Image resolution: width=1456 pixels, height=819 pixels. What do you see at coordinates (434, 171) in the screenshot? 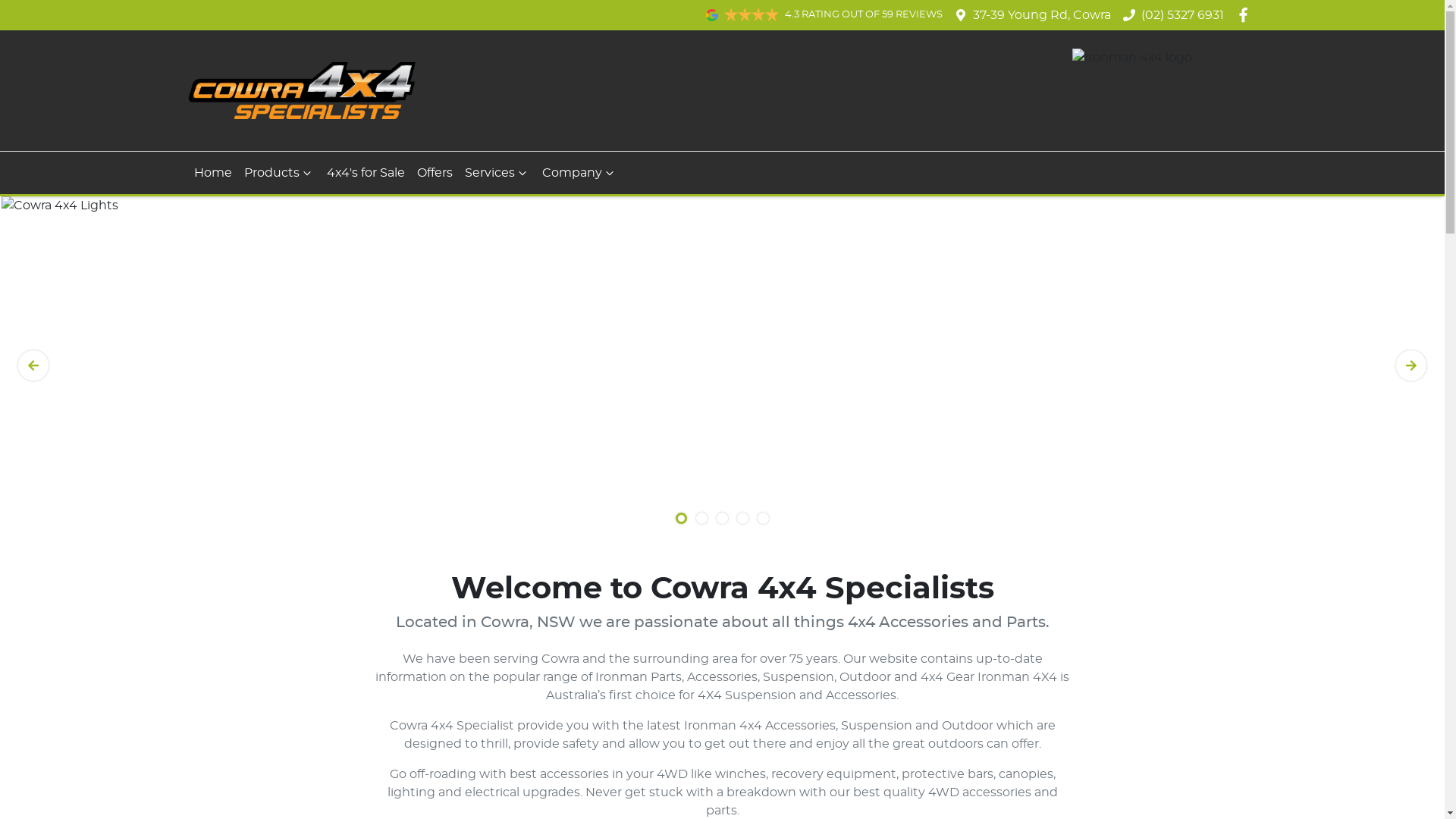
I see `'Offers'` at bounding box center [434, 171].